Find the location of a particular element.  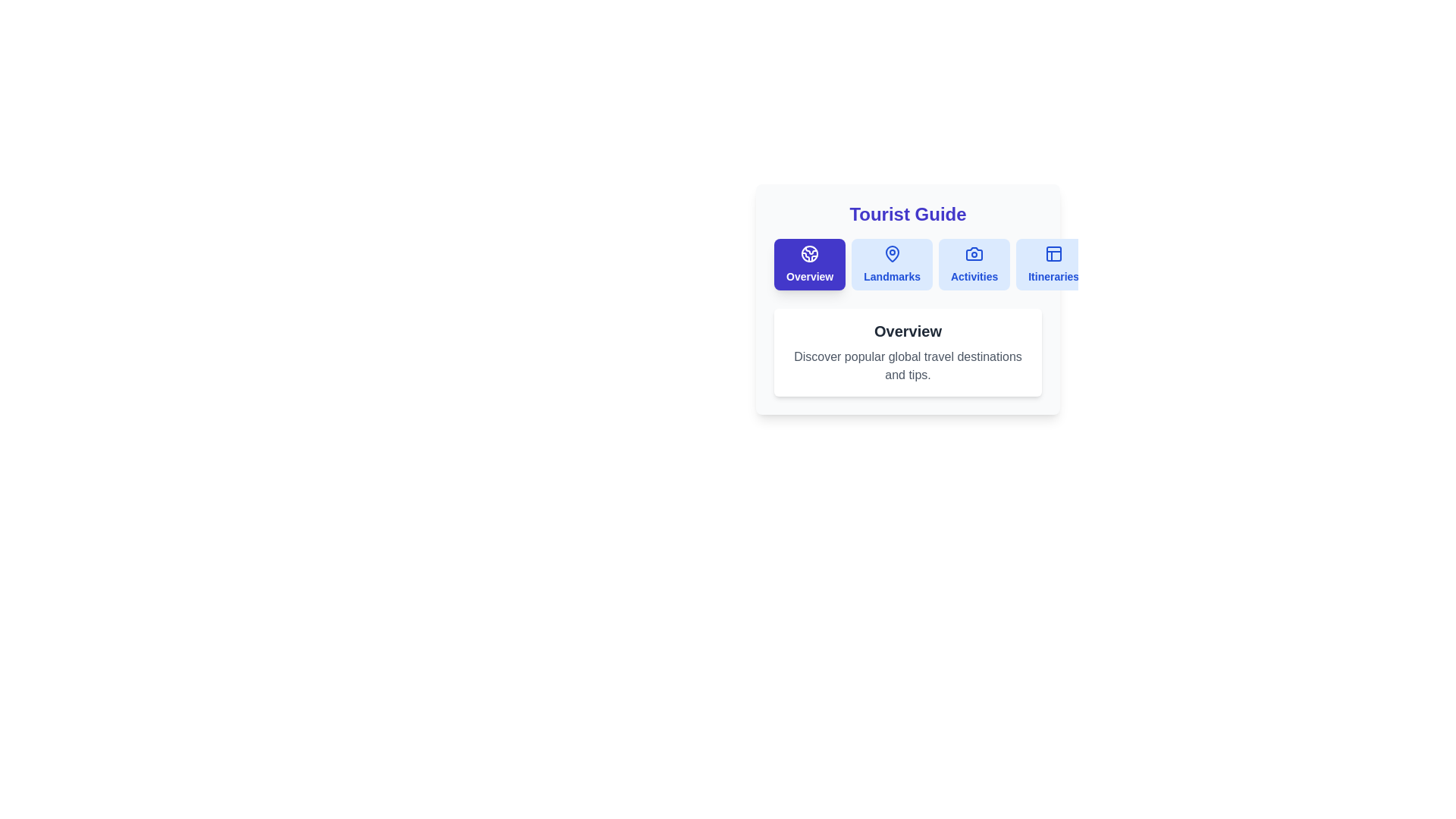

the Overview tab is located at coordinates (809, 263).